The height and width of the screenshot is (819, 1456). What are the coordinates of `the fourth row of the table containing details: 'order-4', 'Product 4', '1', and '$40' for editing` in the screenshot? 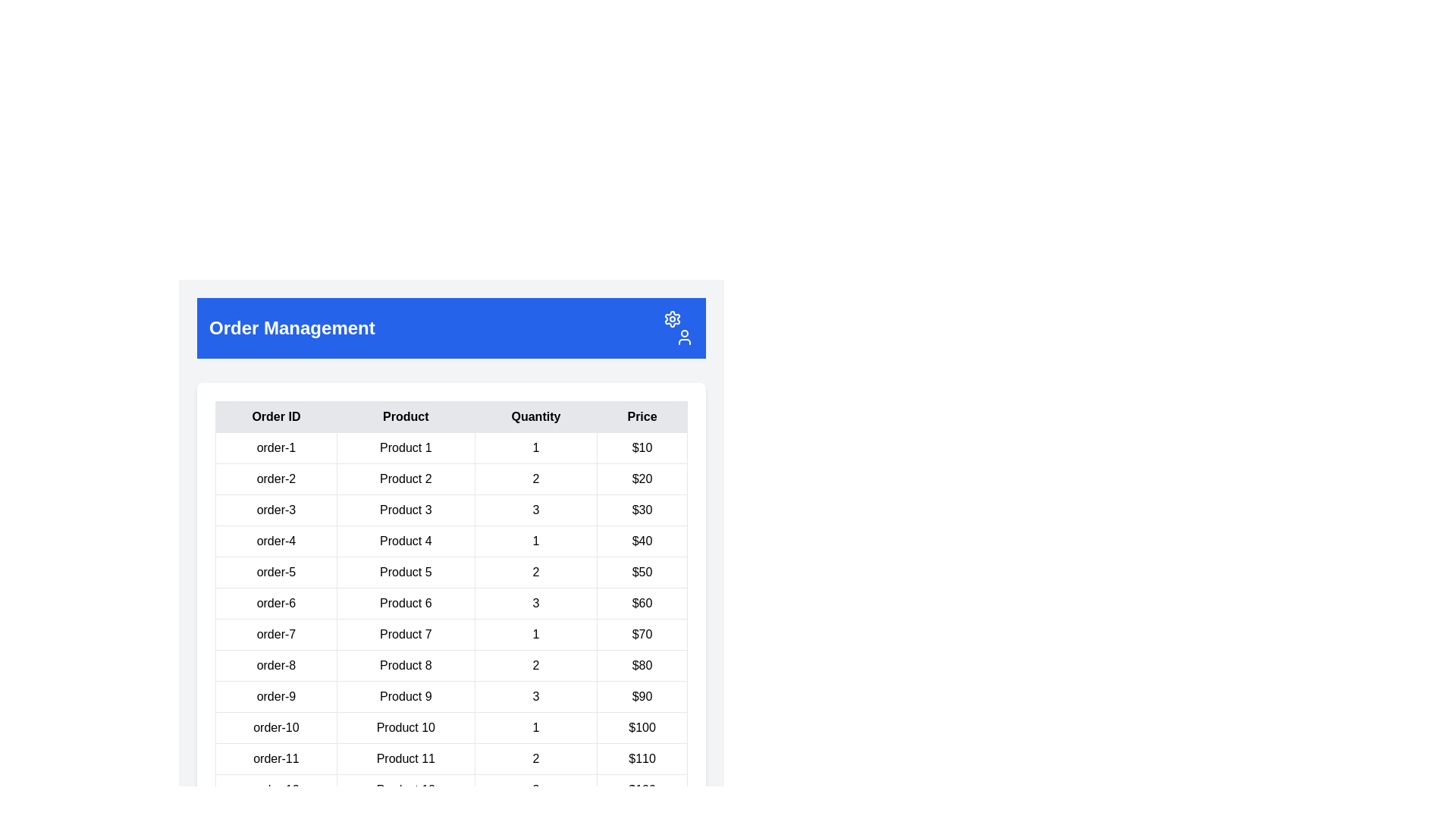 It's located at (450, 540).